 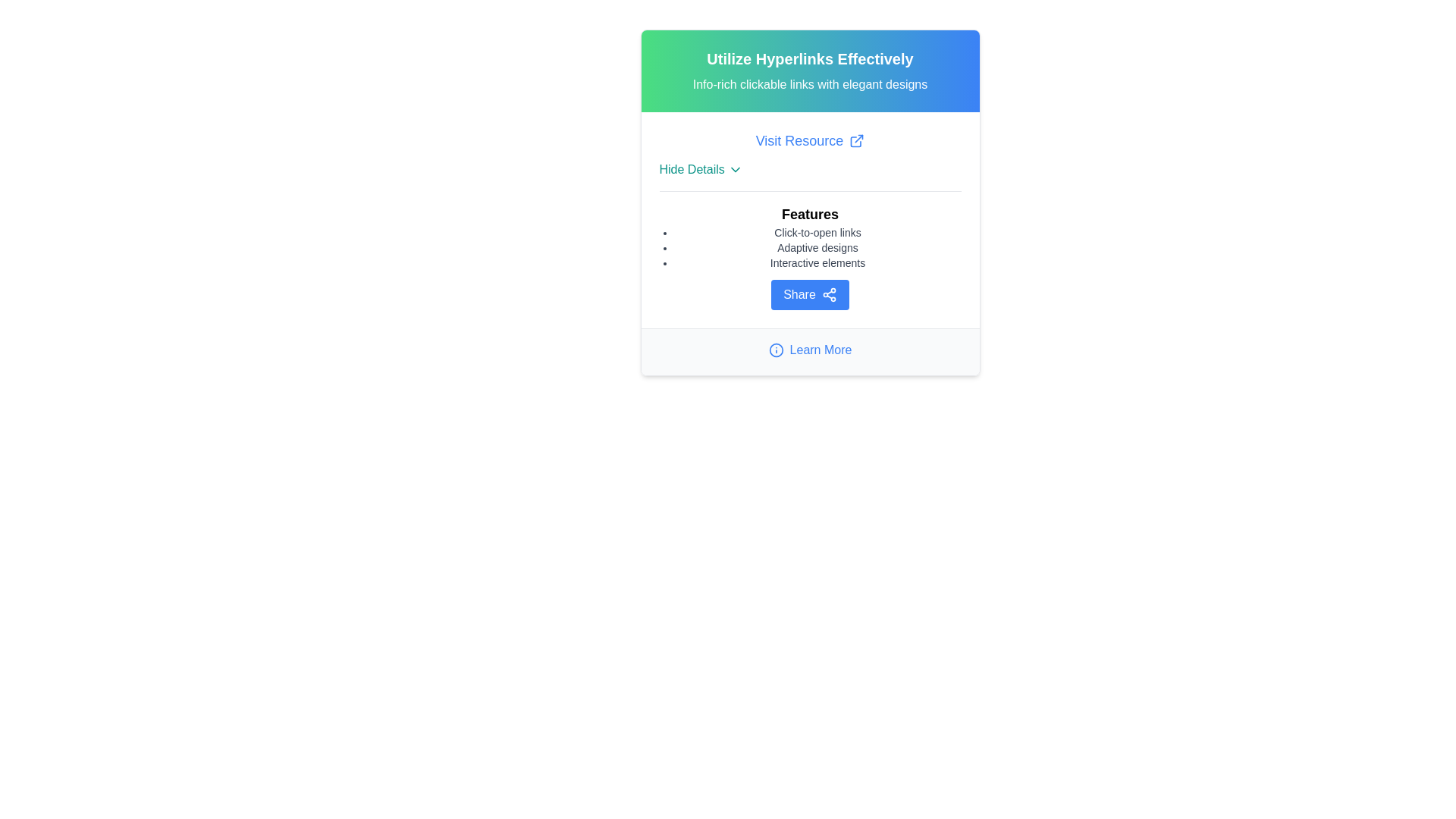 What do you see at coordinates (700, 169) in the screenshot?
I see `the 'Hide Details' toggle button with the right-facing chevron icon` at bounding box center [700, 169].